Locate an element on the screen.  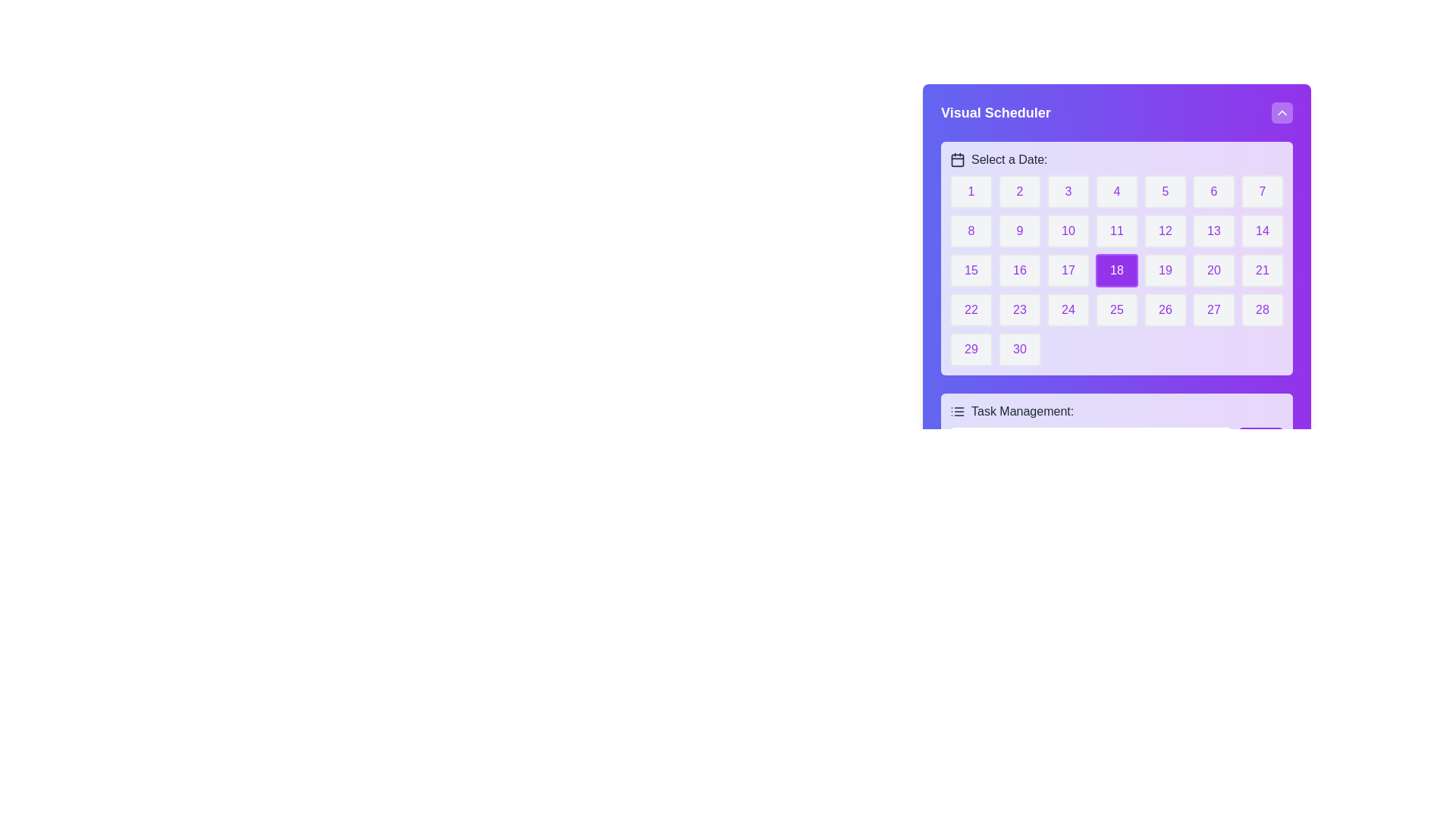
the date selector button located in the second row and first column of the calendar layout to mark the date as selected is located at coordinates (971, 231).